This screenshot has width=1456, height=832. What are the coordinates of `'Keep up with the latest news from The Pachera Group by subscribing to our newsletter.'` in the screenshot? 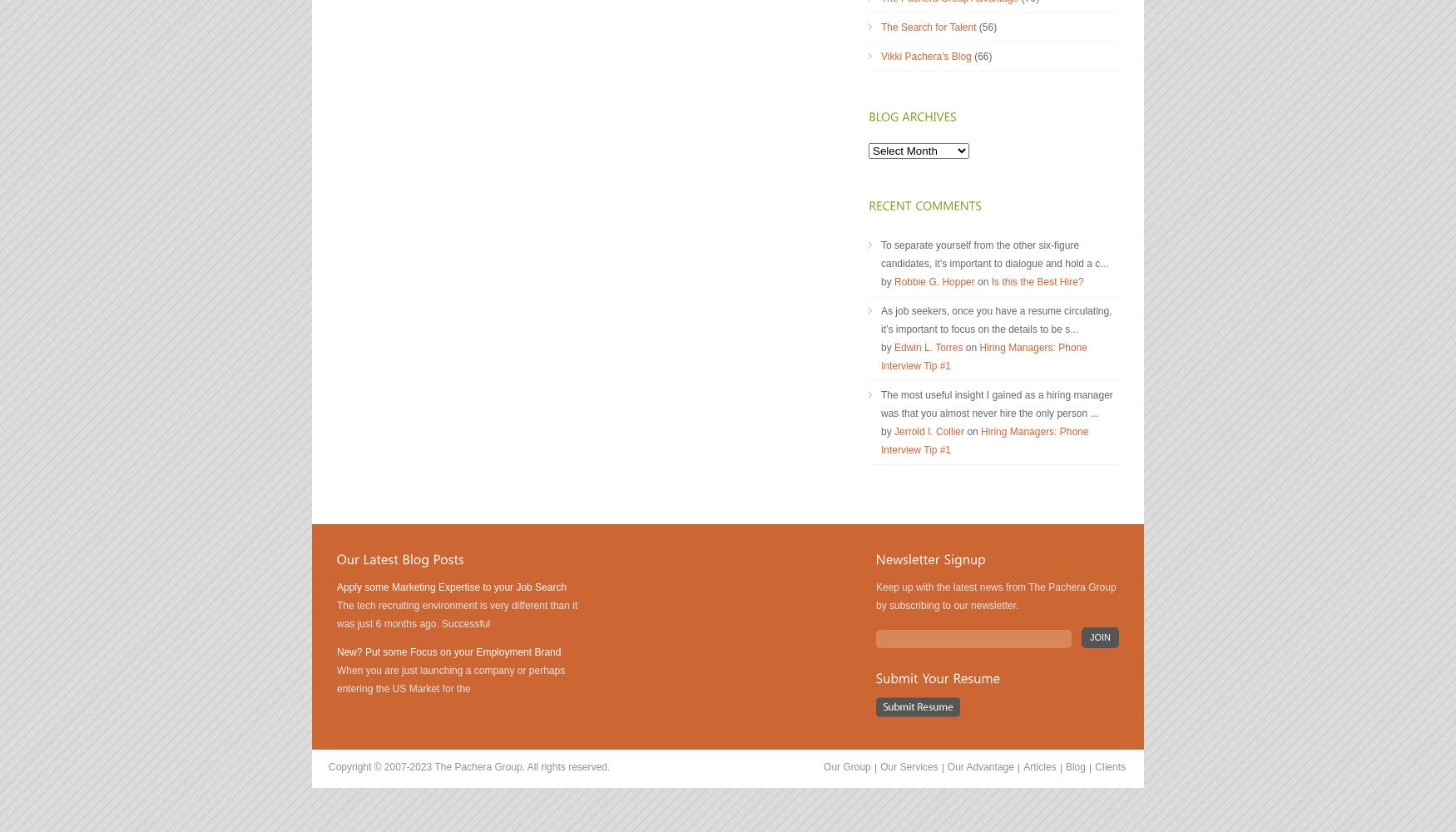 It's located at (996, 596).